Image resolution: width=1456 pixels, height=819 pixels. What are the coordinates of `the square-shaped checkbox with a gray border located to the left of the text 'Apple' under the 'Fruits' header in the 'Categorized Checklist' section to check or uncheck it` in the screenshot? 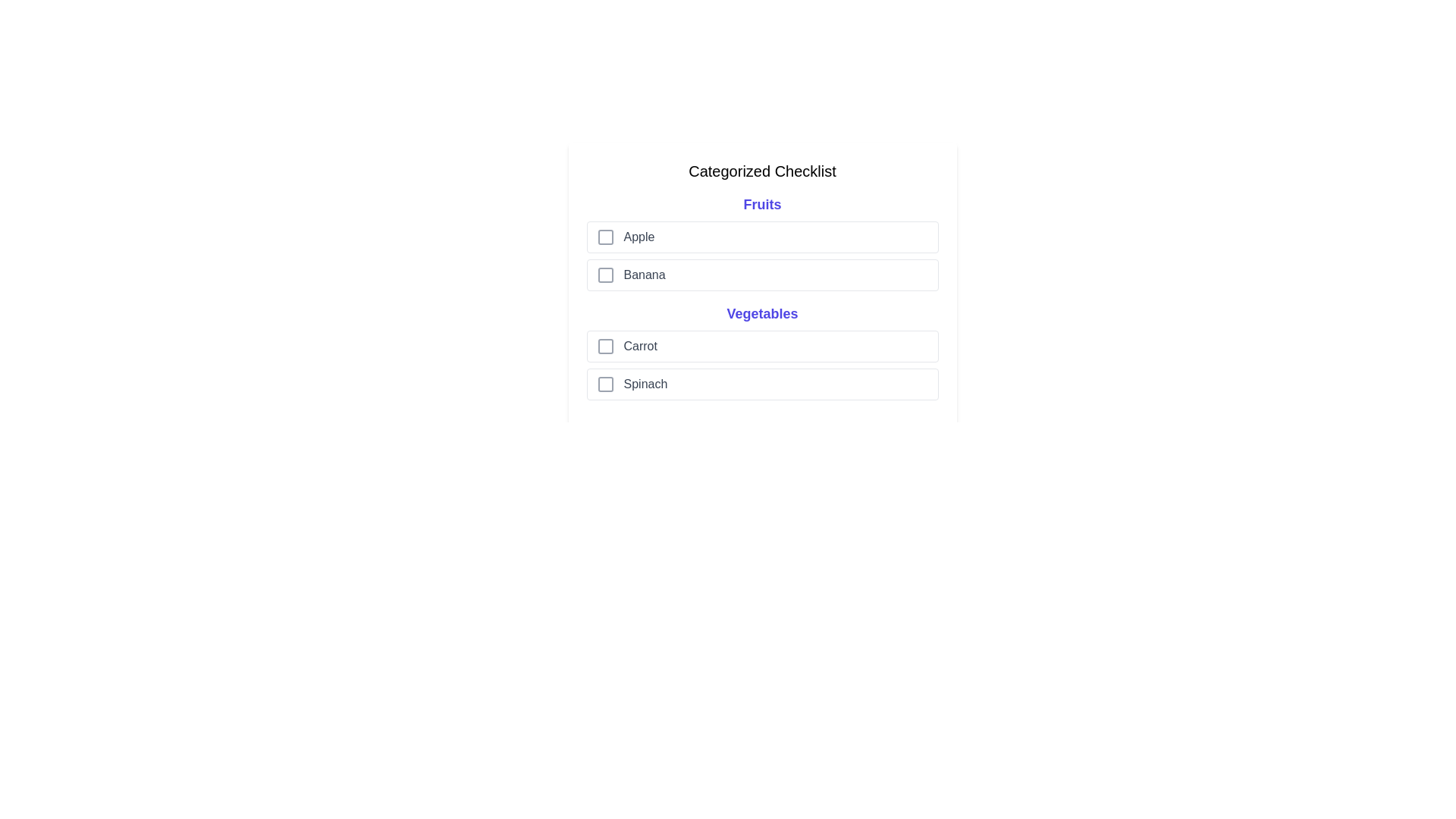 It's located at (604, 237).